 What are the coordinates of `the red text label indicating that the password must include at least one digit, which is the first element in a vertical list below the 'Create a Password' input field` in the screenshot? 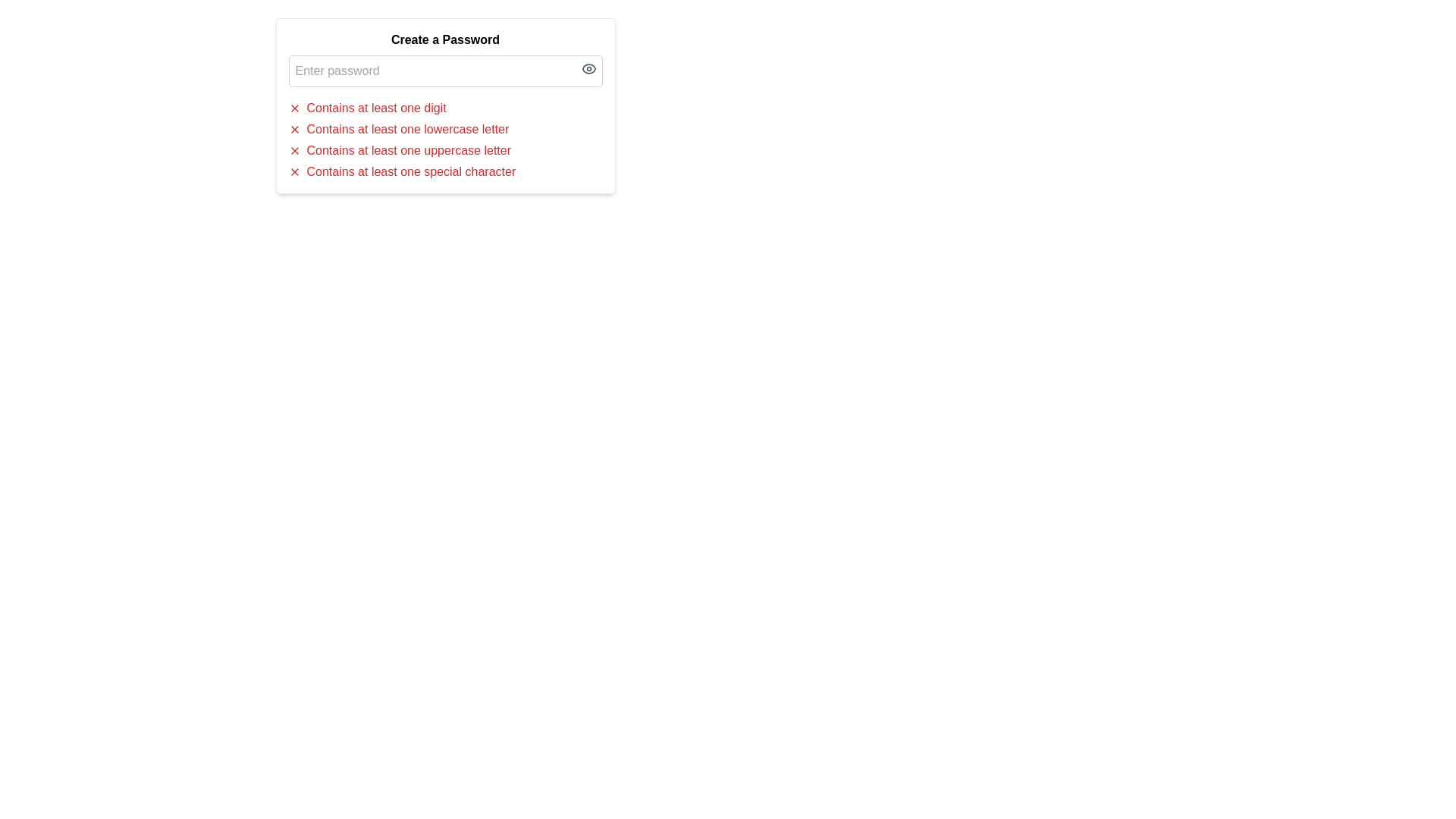 It's located at (376, 107).